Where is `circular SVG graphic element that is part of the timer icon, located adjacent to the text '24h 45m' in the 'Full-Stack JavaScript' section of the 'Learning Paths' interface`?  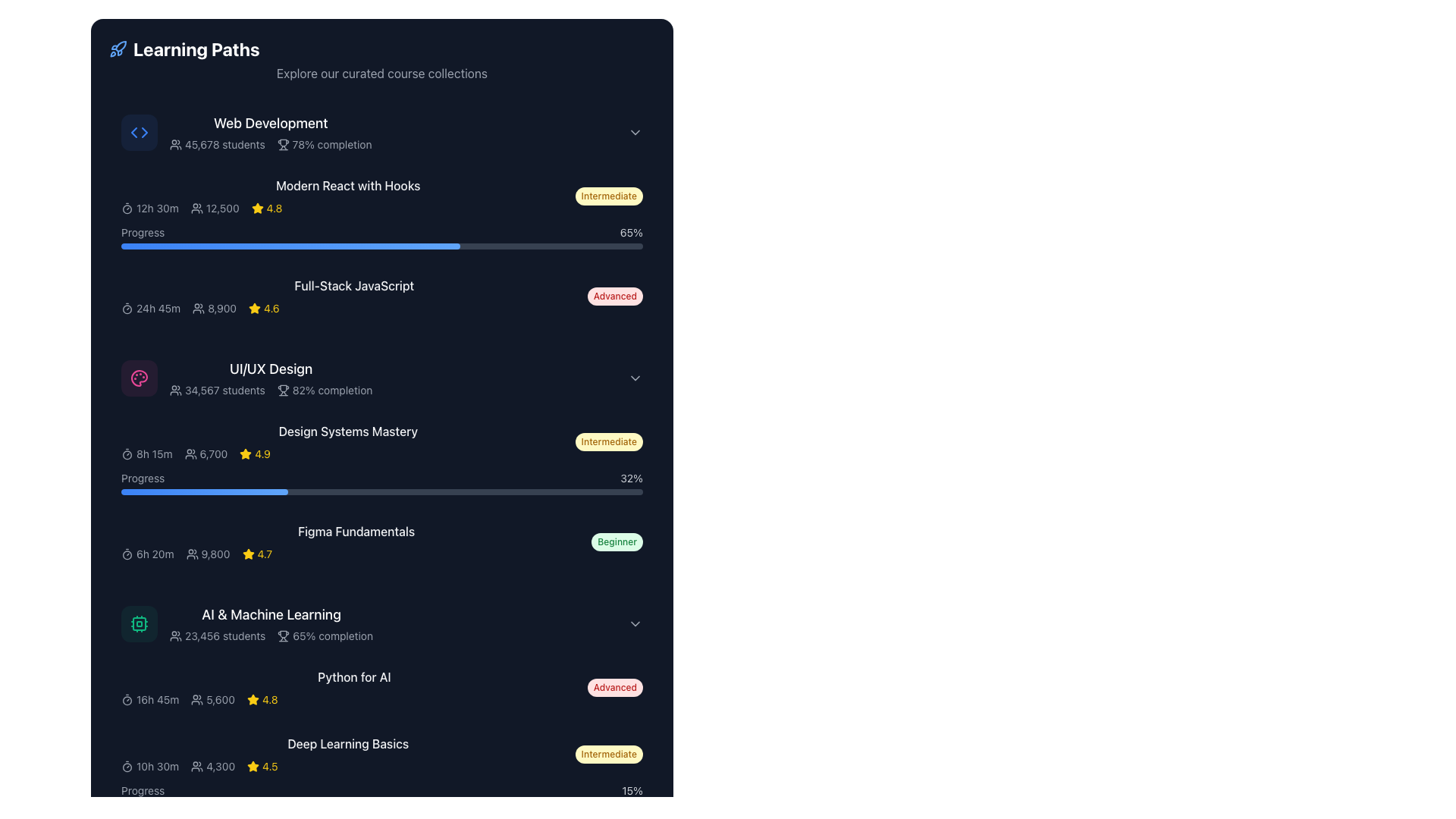 circular SVG graphic element that is part of the timer icon, located adjacent to the text '24h 45m' in the 'Full-Stack JavaScript' section of the 'Learning Paths' interface is located at coordinates (127, 309).